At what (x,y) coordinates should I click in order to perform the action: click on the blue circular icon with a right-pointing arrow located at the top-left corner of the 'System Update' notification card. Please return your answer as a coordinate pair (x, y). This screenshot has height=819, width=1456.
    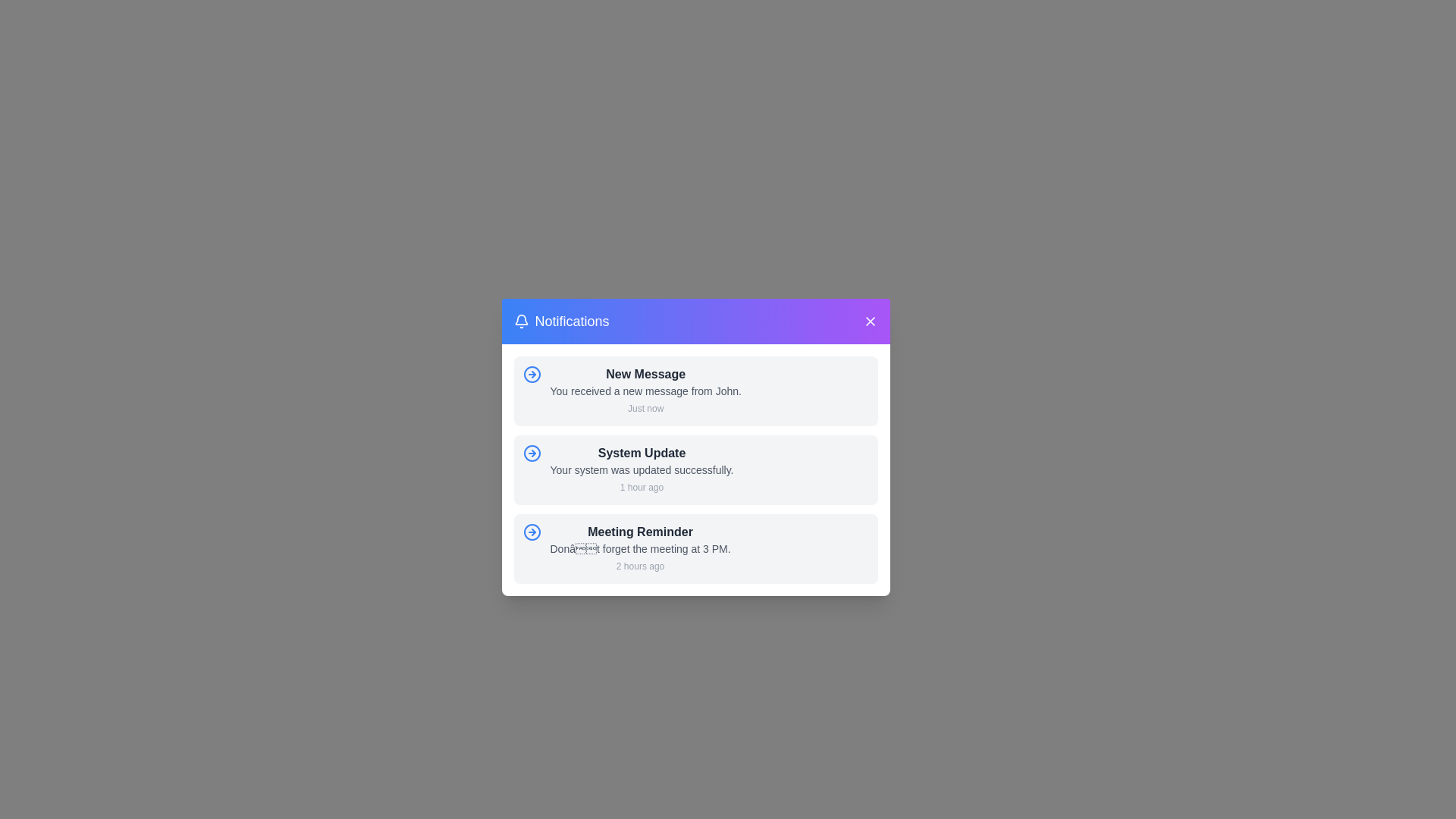
    Looking at the image, I should click on (532, 452).